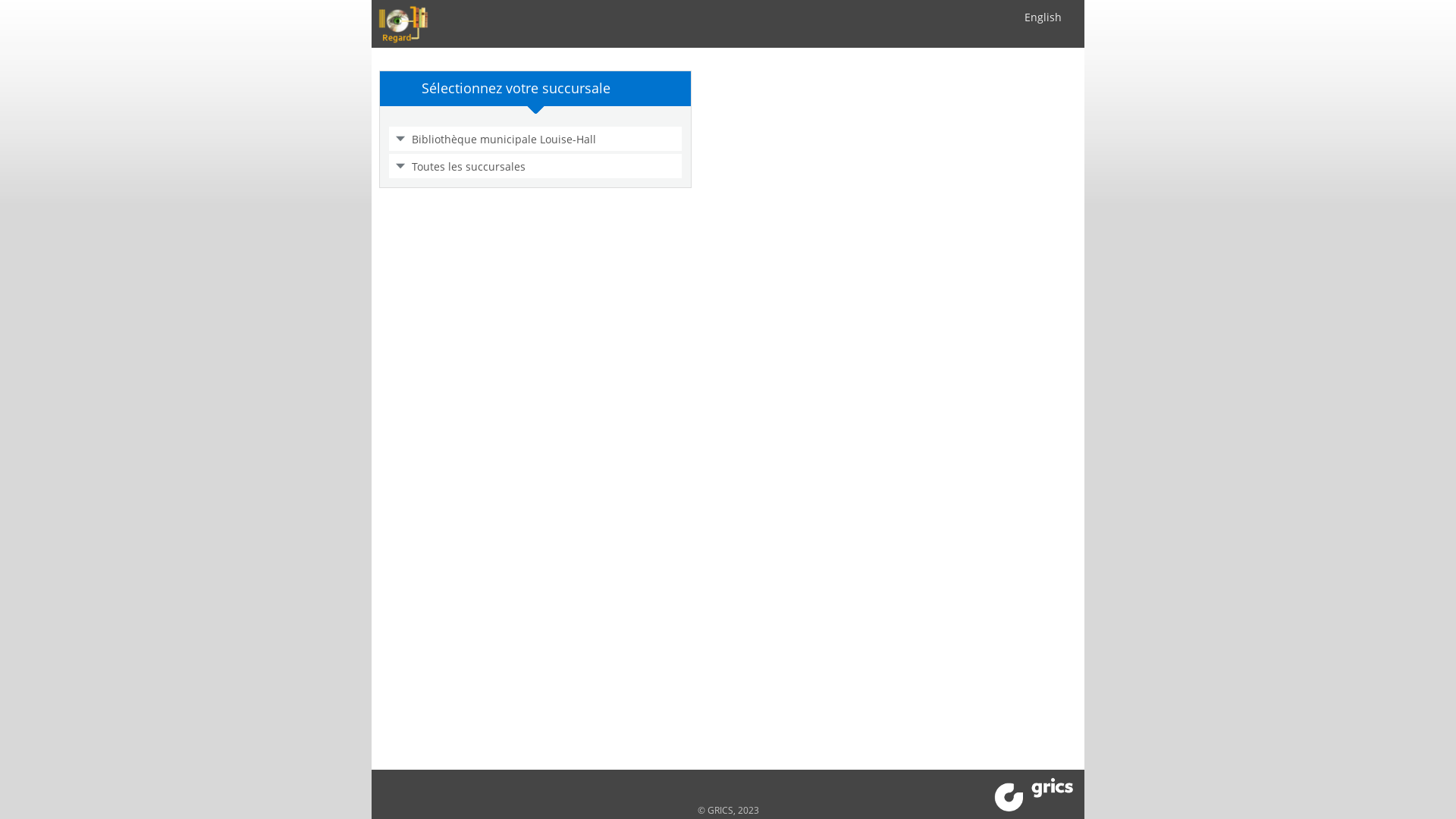 This screenshot has height=819, width=1456. I want to click on 'Toutes les succursales', so click(535, 166).